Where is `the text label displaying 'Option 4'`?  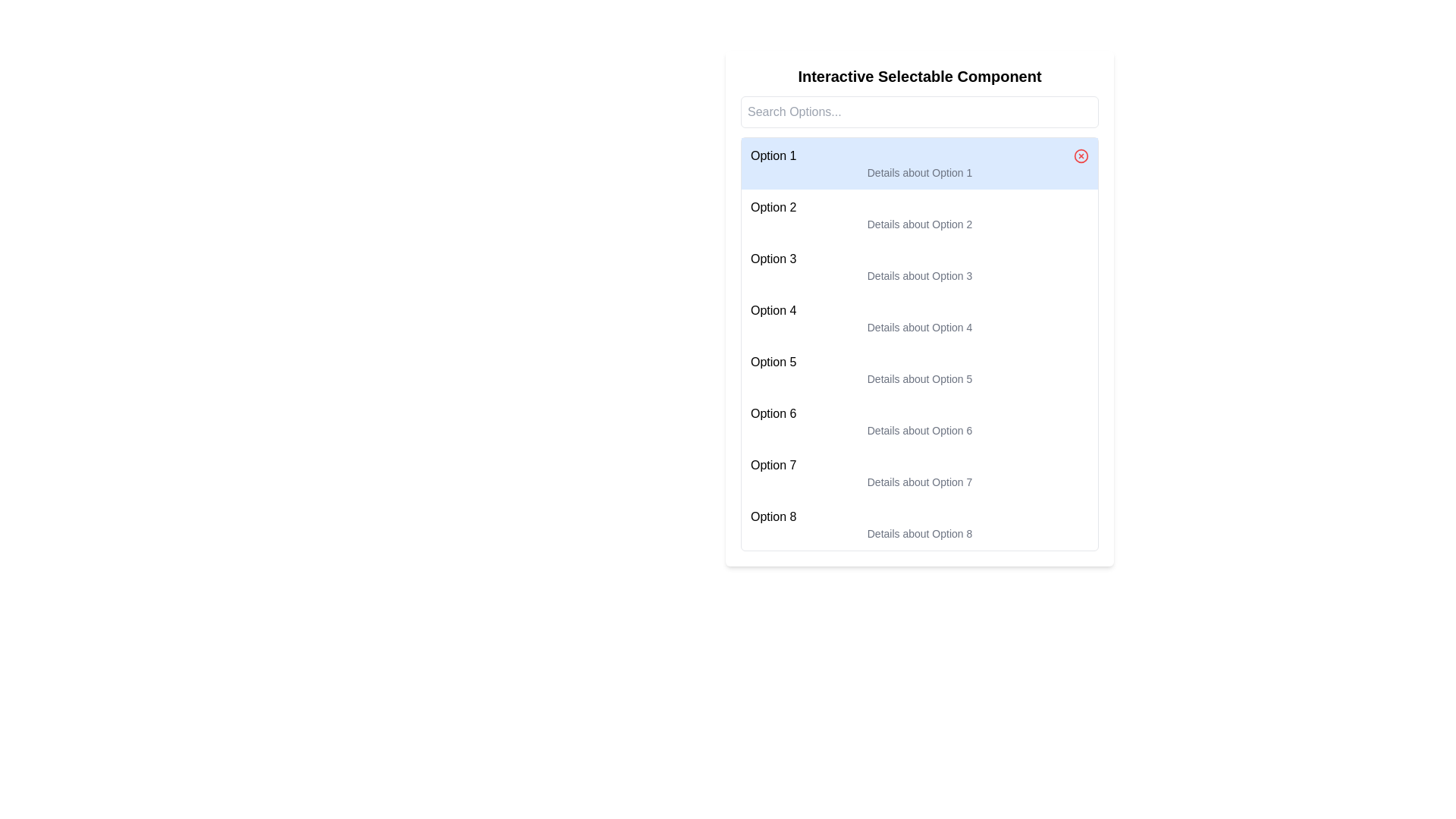 the text label displaying 'Option 4' is located at coordinates (773, 309).